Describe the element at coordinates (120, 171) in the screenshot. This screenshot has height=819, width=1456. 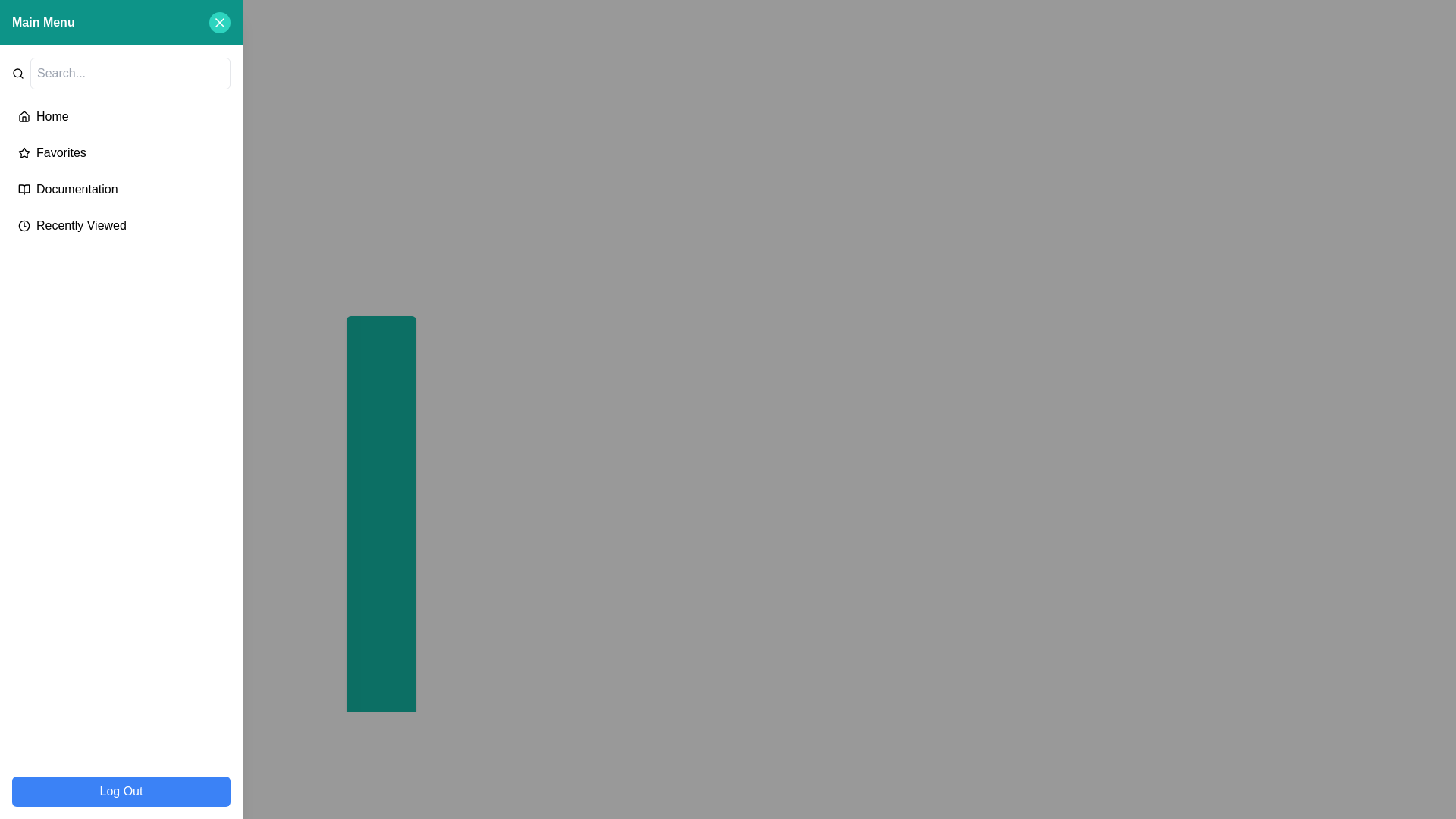
I see `the Navigation Menu located in the left sidebar` at that location.